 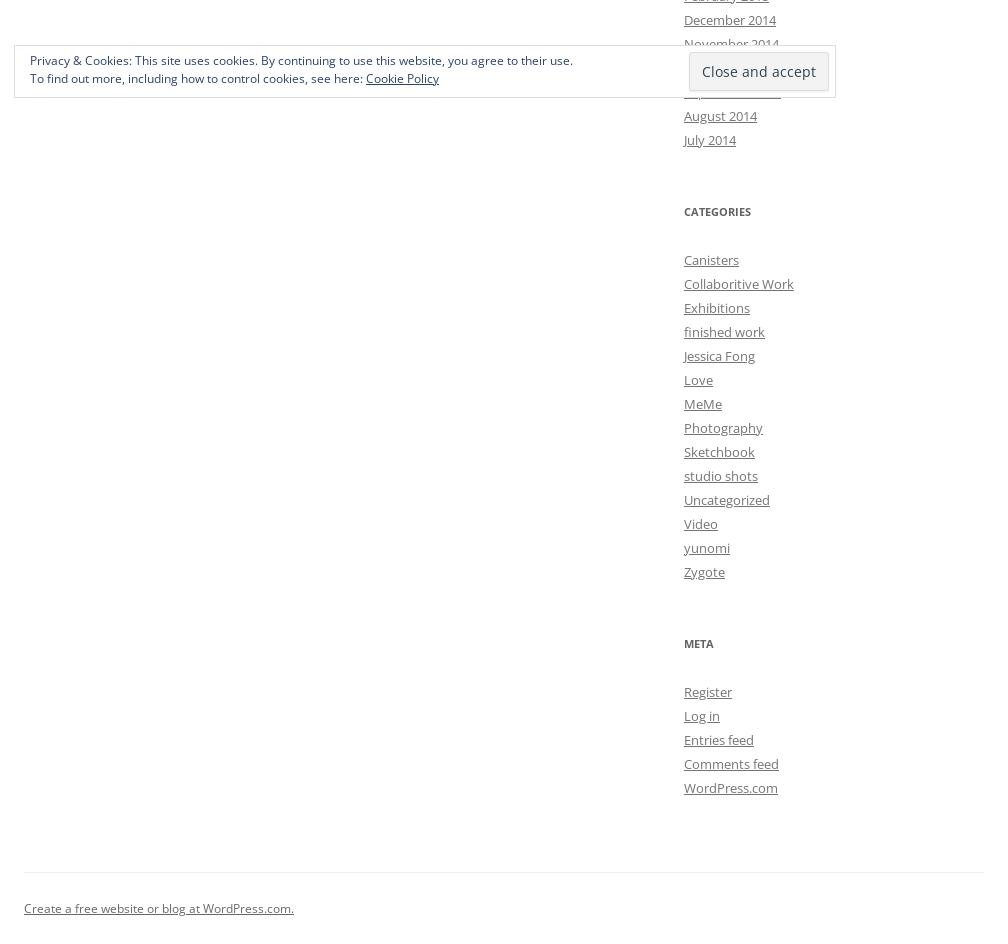 What do you see at coordinates (684, 714) in the screenshot?
I see `'Log in'` at bounding box center [684, 714].